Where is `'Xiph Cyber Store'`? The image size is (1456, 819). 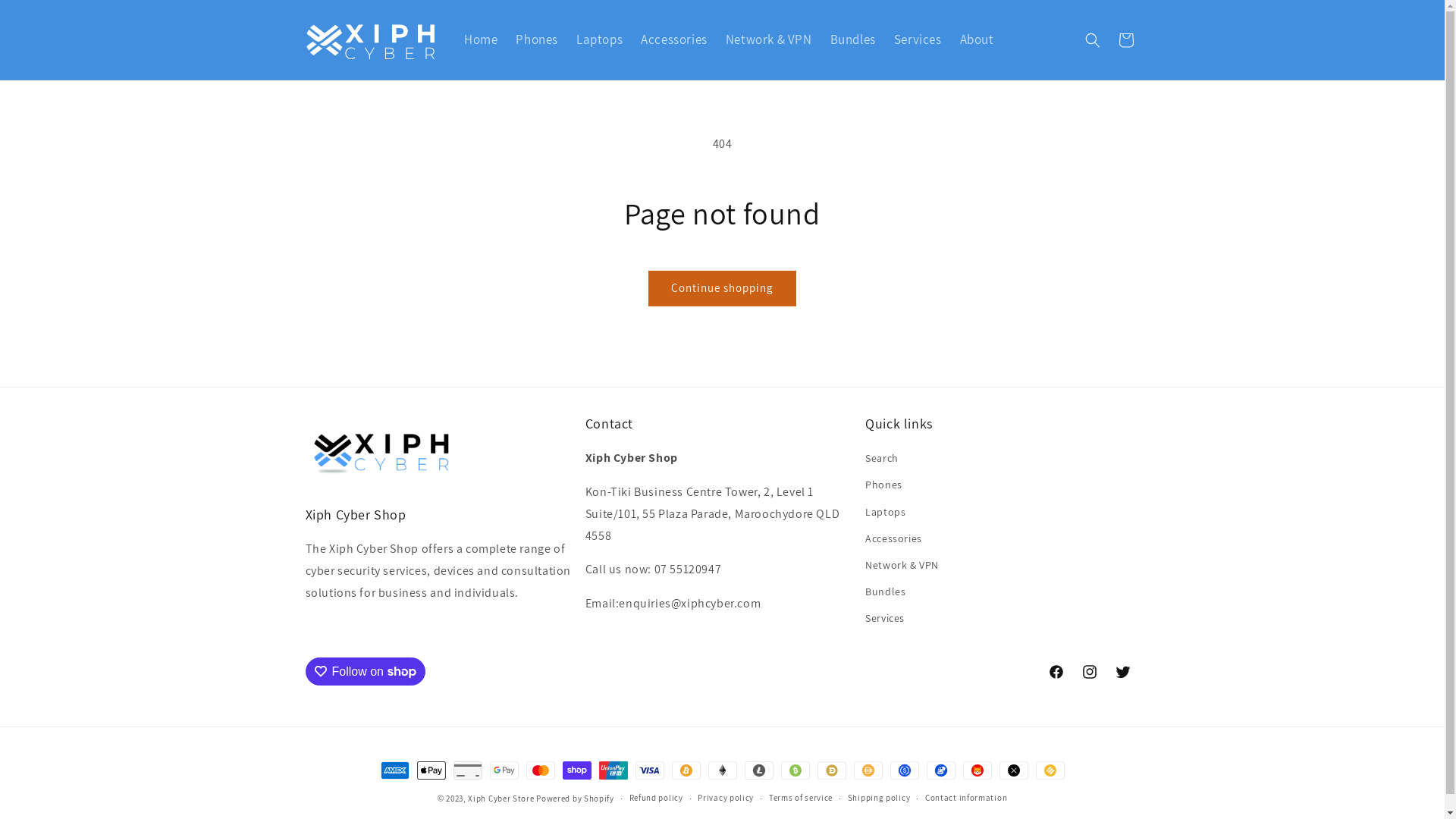
'Xiph Cyber Store' is located at coordinates (500, 798).